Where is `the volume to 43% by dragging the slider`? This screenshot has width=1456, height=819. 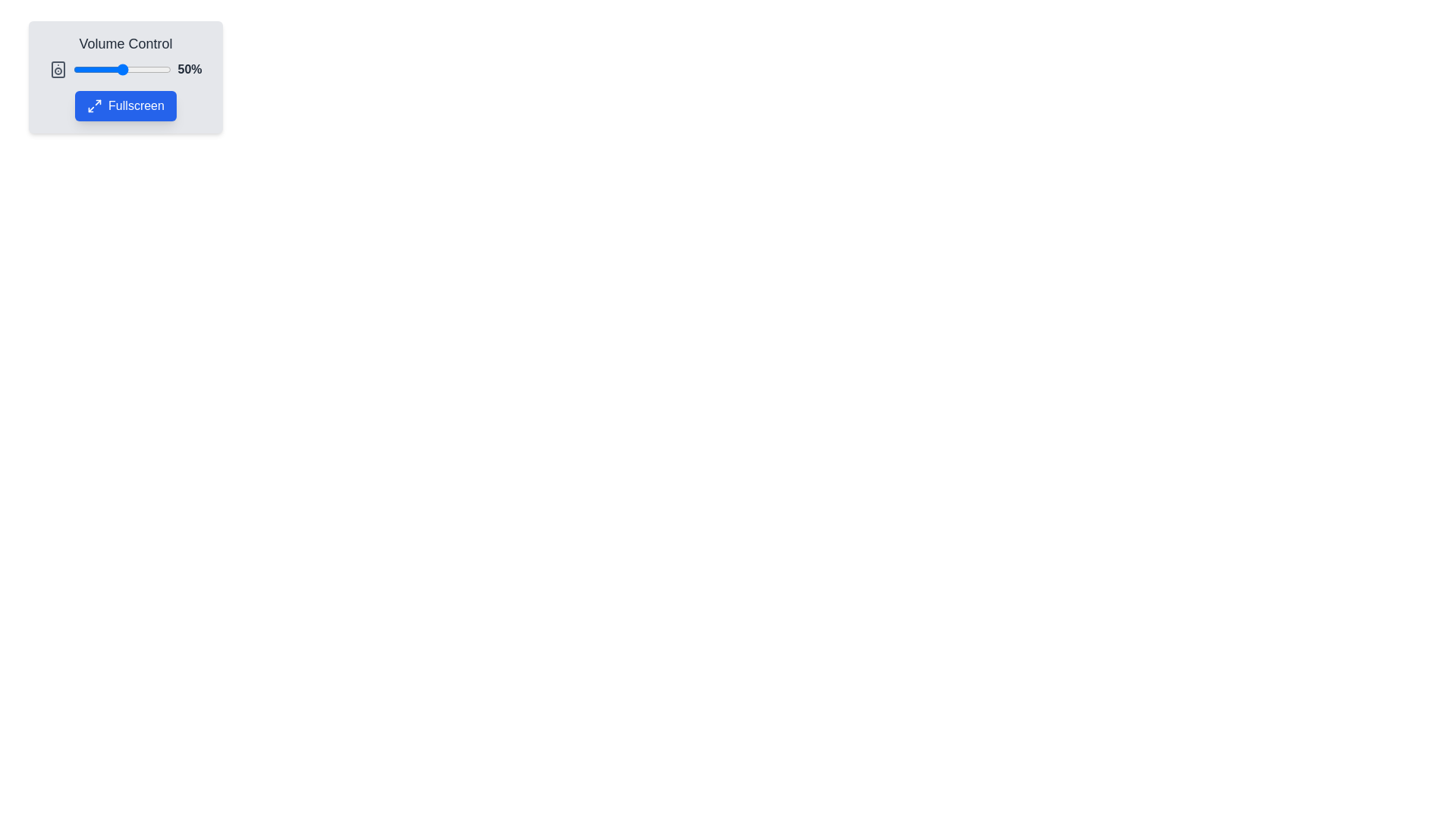 the volume to 43% by dragging the slider is located at coordinates (115, 70).